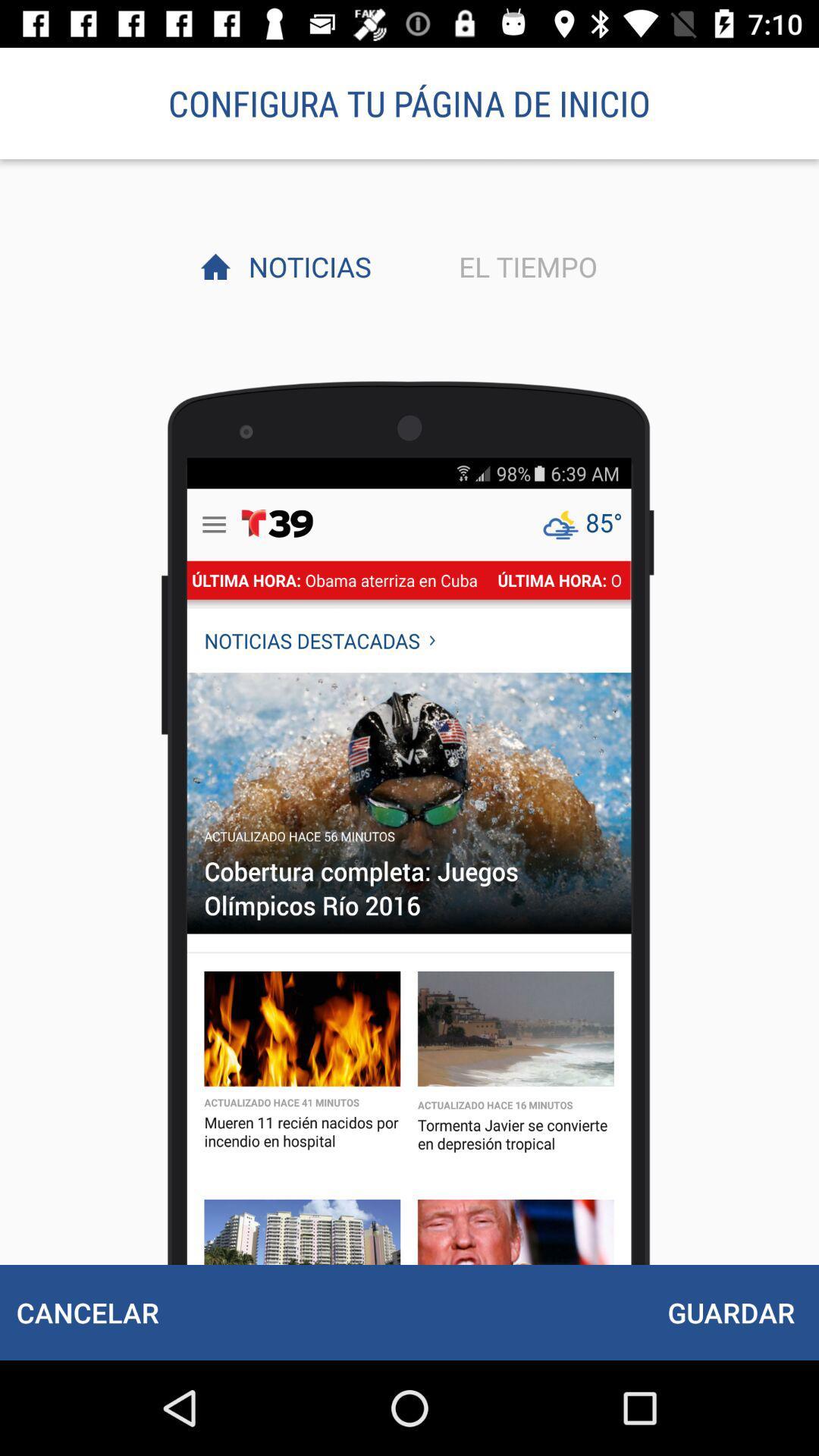 The height and width of the screenshot is (1456, 819). Describe the element at coordinates (306, 266) in the screenshot. I see `item next to the el tiempo item` at that location.